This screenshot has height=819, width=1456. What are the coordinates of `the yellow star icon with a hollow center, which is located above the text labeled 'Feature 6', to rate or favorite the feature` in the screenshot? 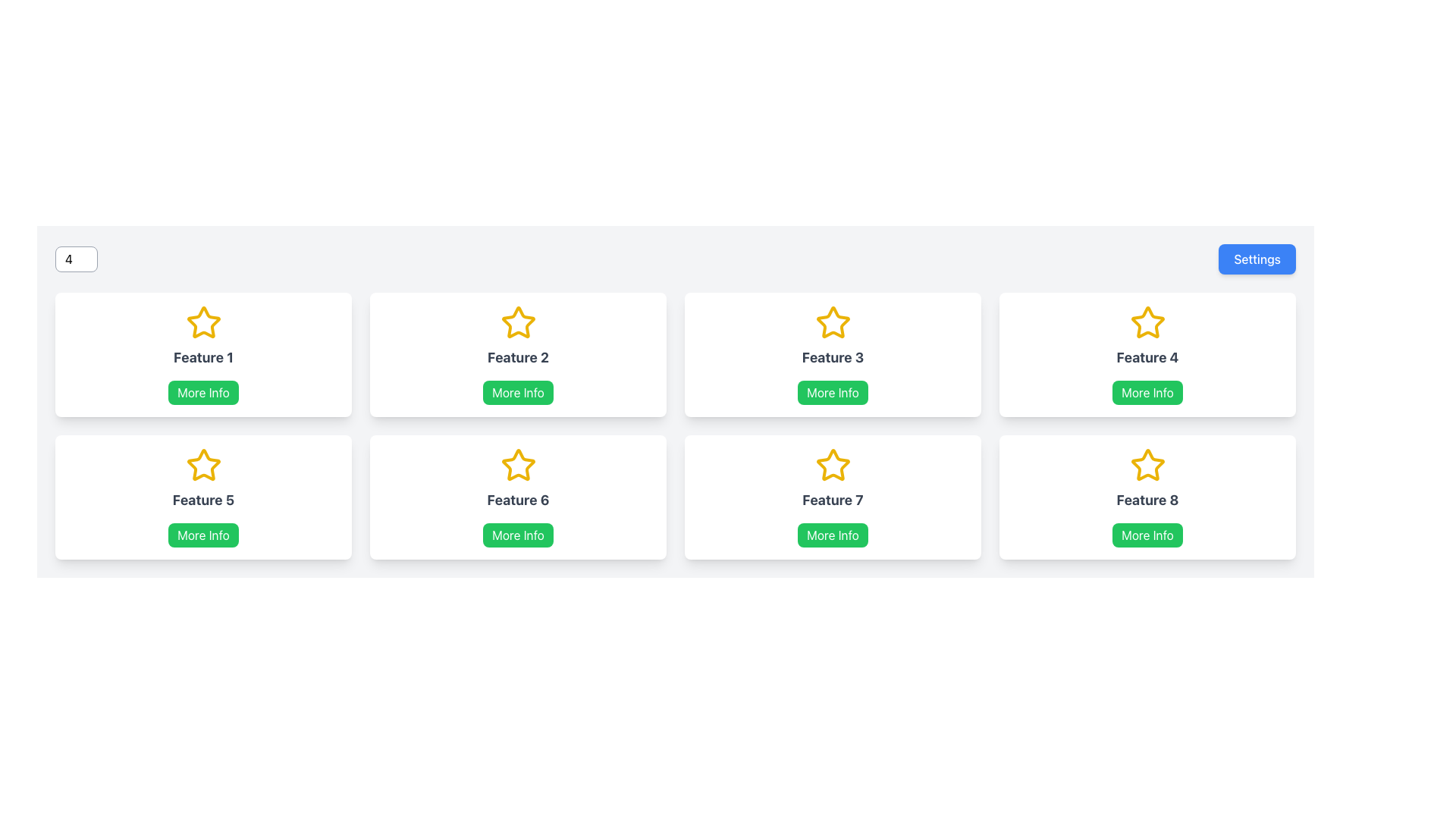 It's located at (518, 464).